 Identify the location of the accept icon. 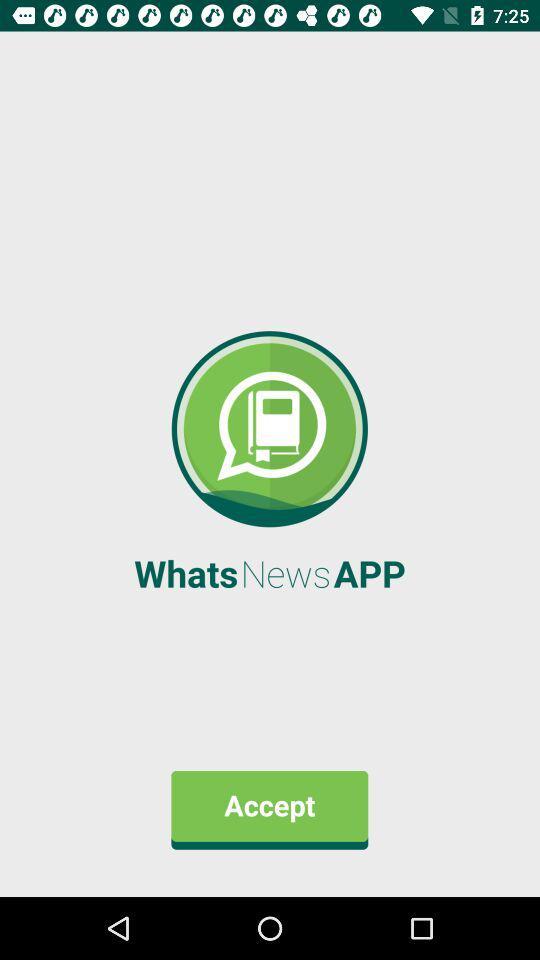
(269, 810).